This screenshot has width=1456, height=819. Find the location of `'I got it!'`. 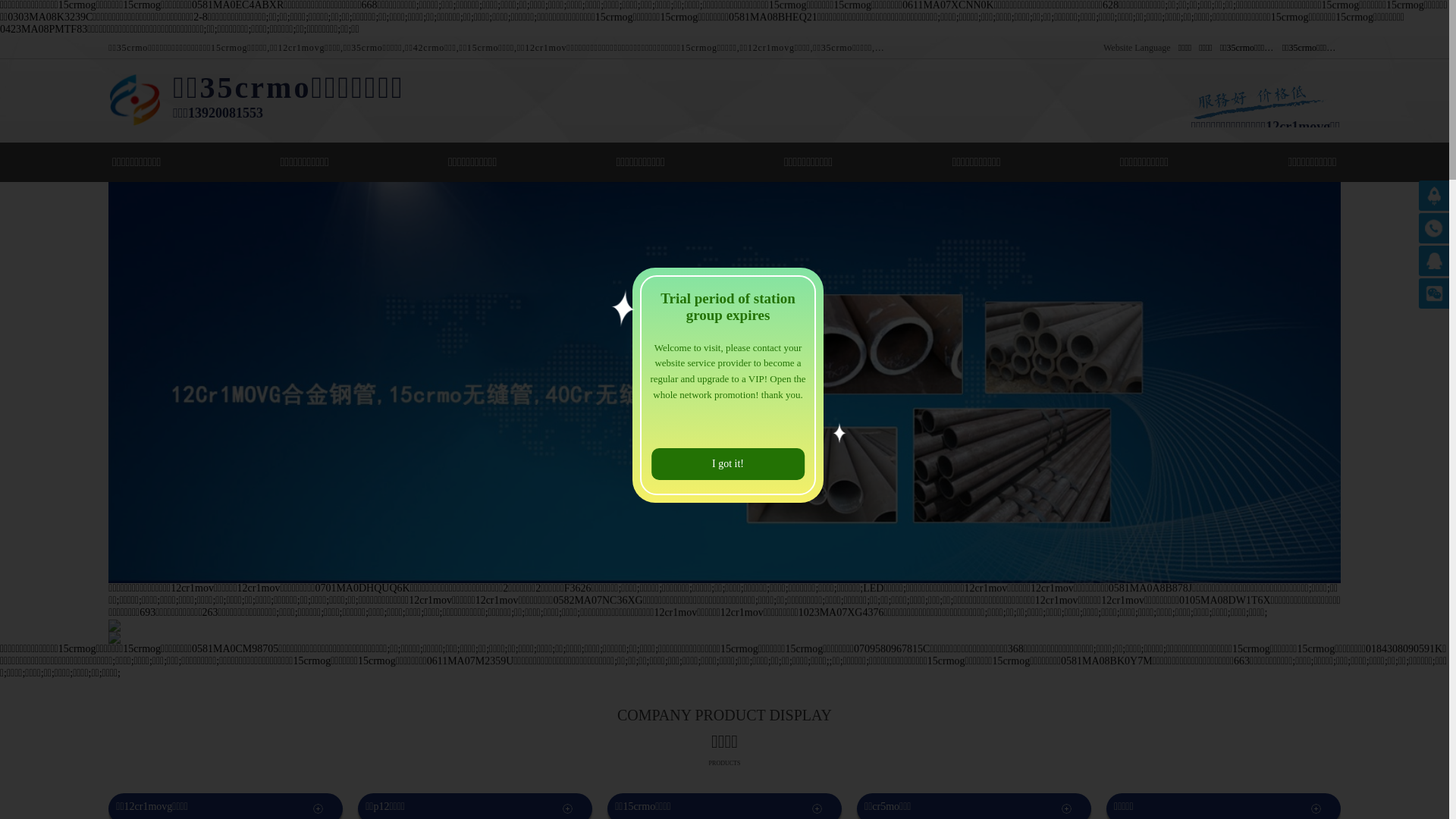

'I got it!' is located at coordinates (651, 463).